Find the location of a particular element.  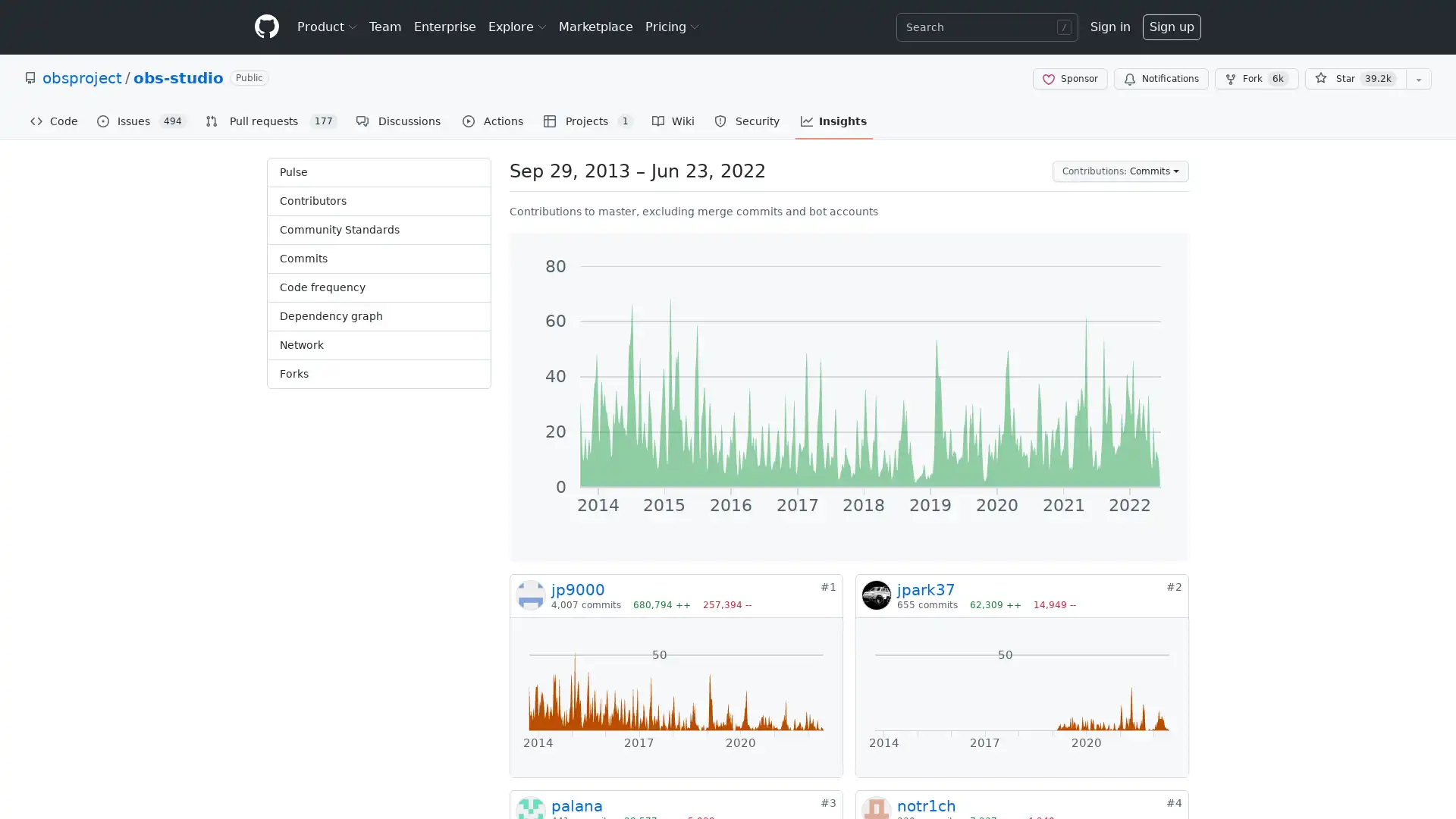

You must be signed in to add this repository to a list is located at coordinates (1418, 79).